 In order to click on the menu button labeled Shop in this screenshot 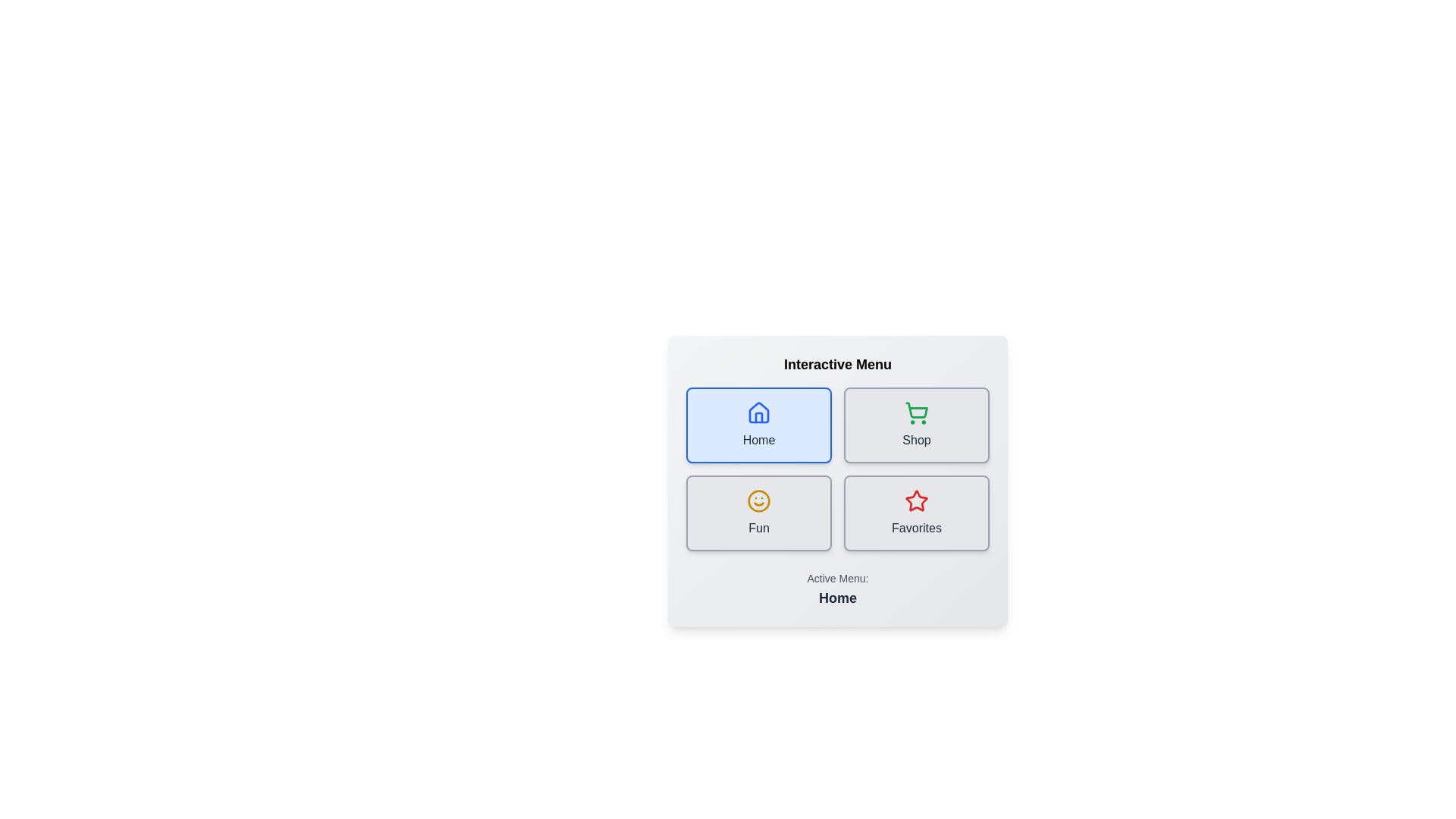, I will do `click(916, 425)`.